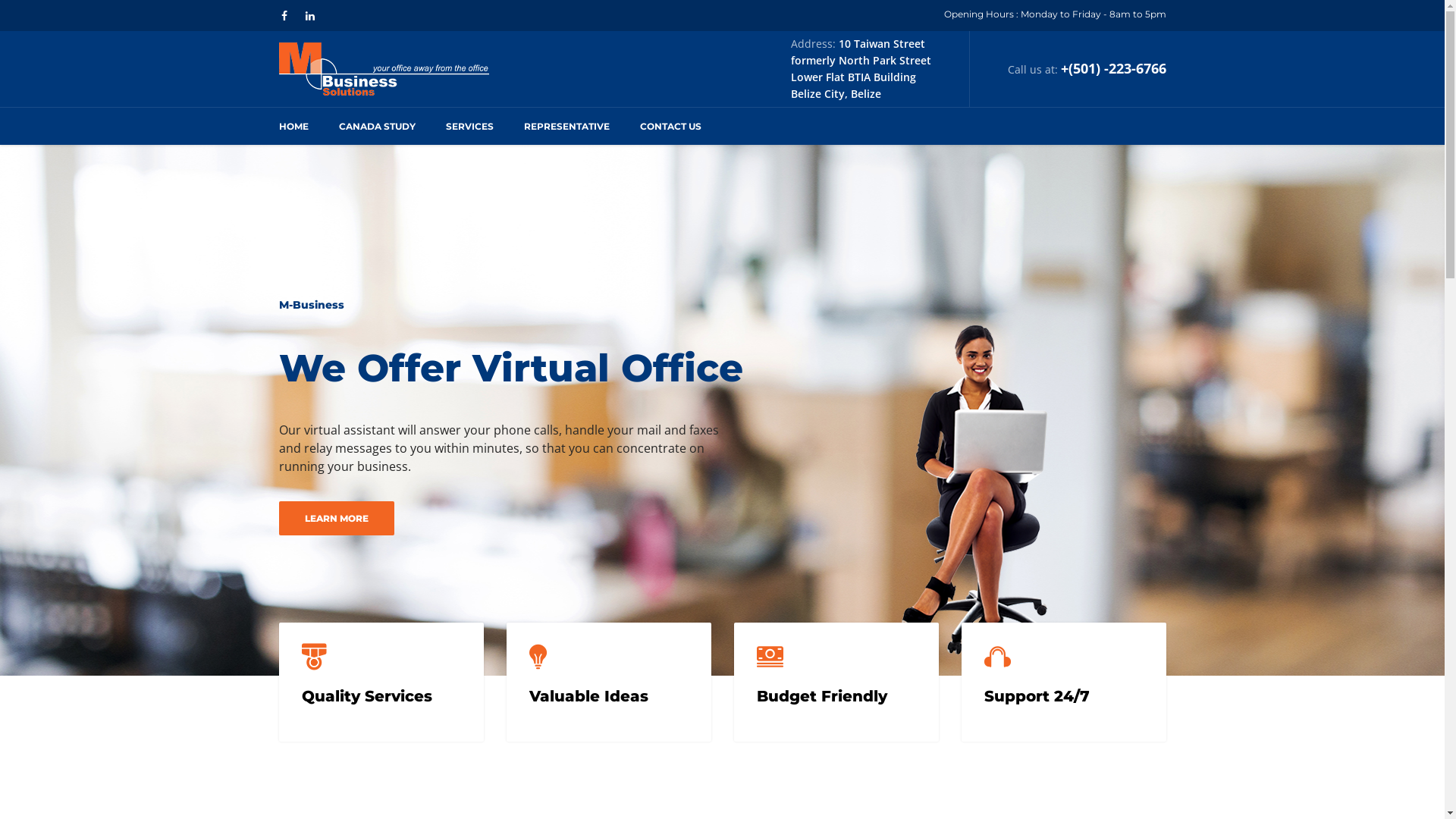  What do you see at coordinates (469, 125) in the screenshot?
I see `'SERVICES'` at bounding box center [469, 125].